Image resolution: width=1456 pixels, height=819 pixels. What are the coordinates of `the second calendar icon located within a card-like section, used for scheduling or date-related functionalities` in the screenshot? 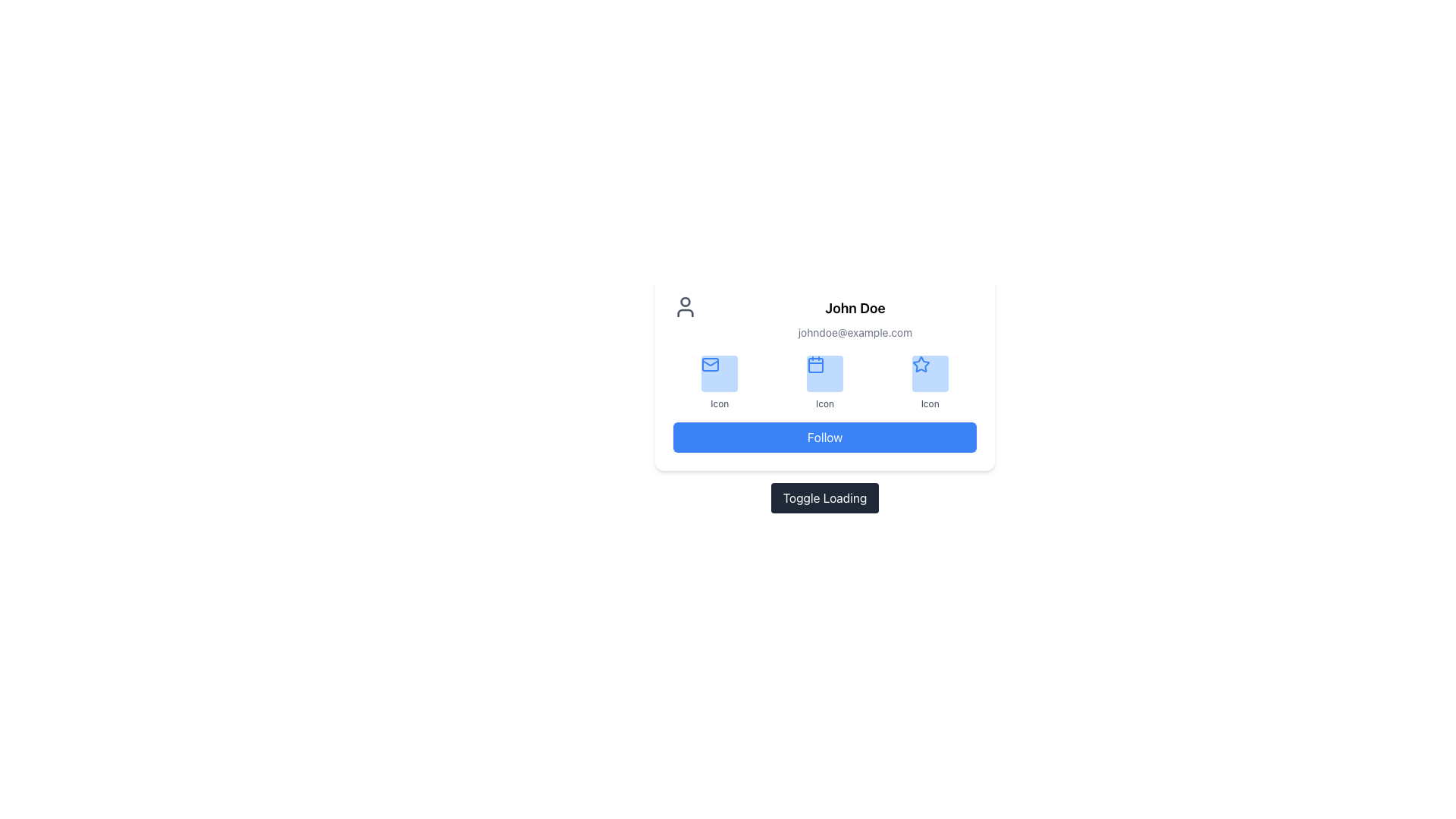 It's located at (814, 366).